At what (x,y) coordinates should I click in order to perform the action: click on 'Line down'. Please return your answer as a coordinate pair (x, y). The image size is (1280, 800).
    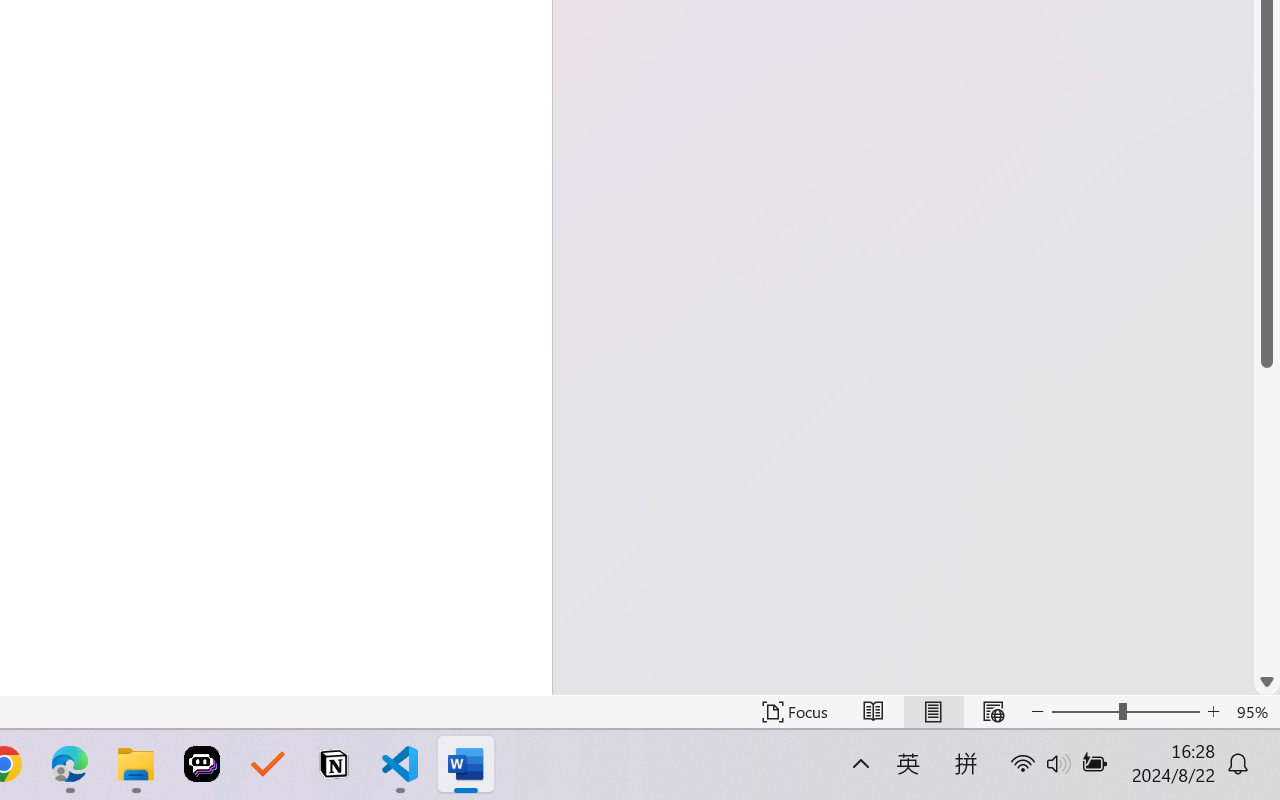
    Looking at the image, I should click on (1266, 682).